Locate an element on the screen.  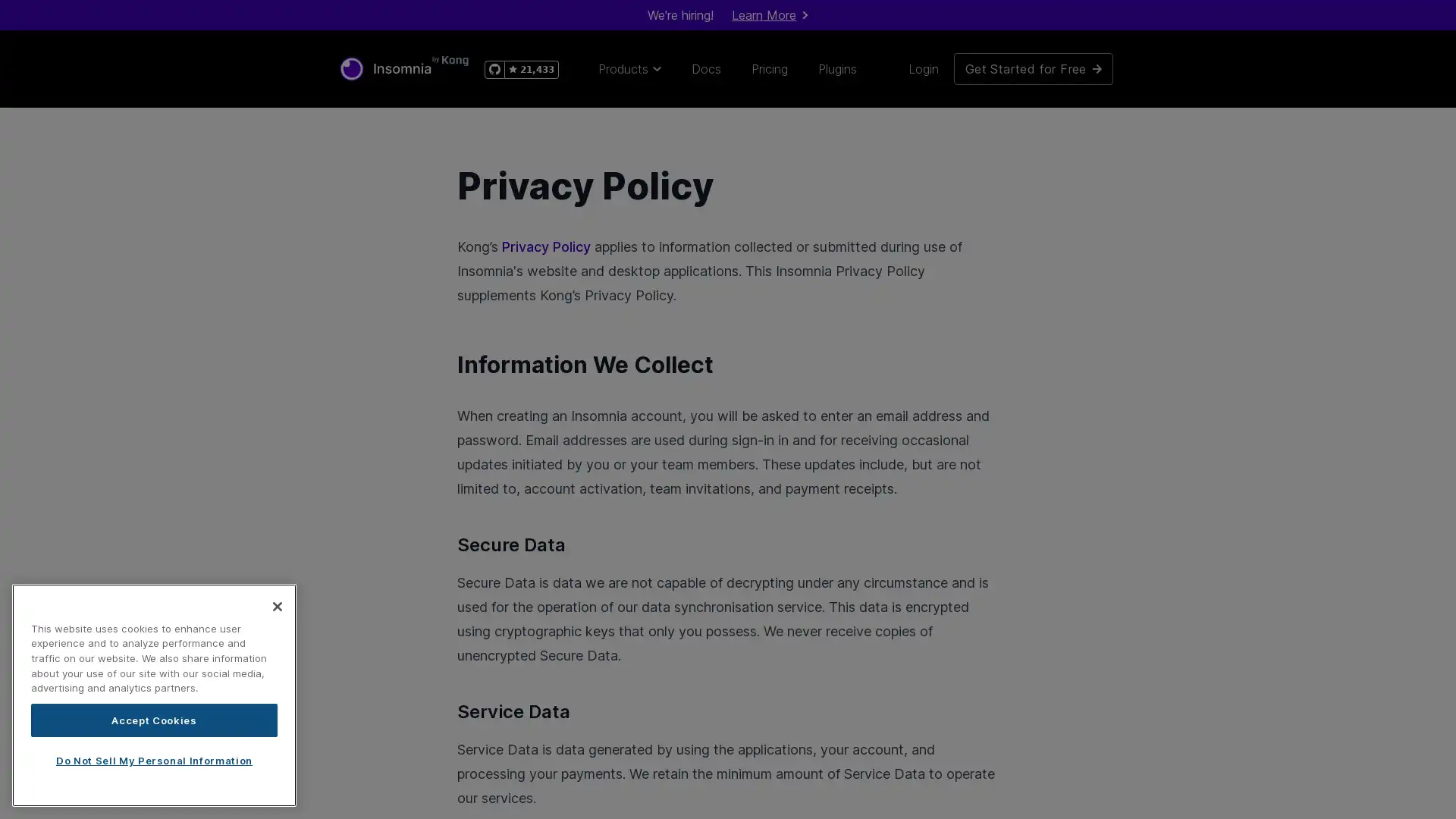
Do Not Sell My Personal Information is located at coordinates (154, 760).